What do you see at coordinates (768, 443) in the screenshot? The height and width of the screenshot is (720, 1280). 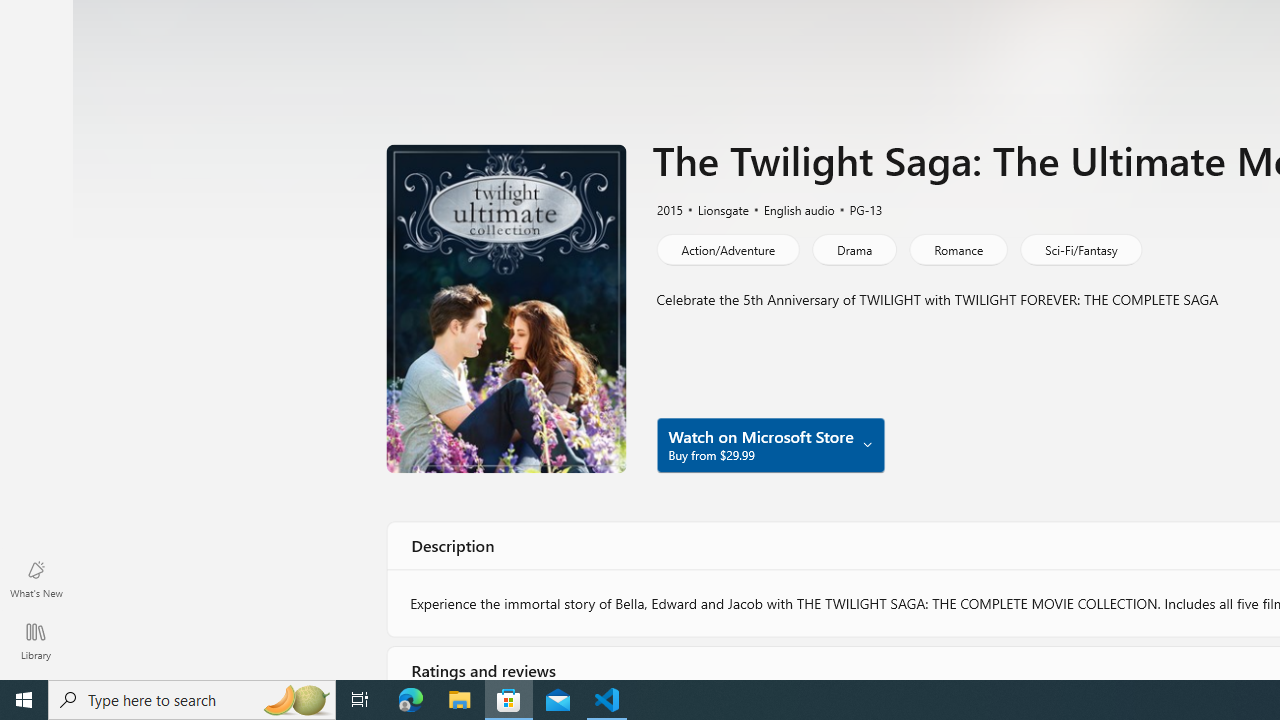 I see `'Watch on Microsoft Store Buy from $29.99'` at bounding box center [768, 443].